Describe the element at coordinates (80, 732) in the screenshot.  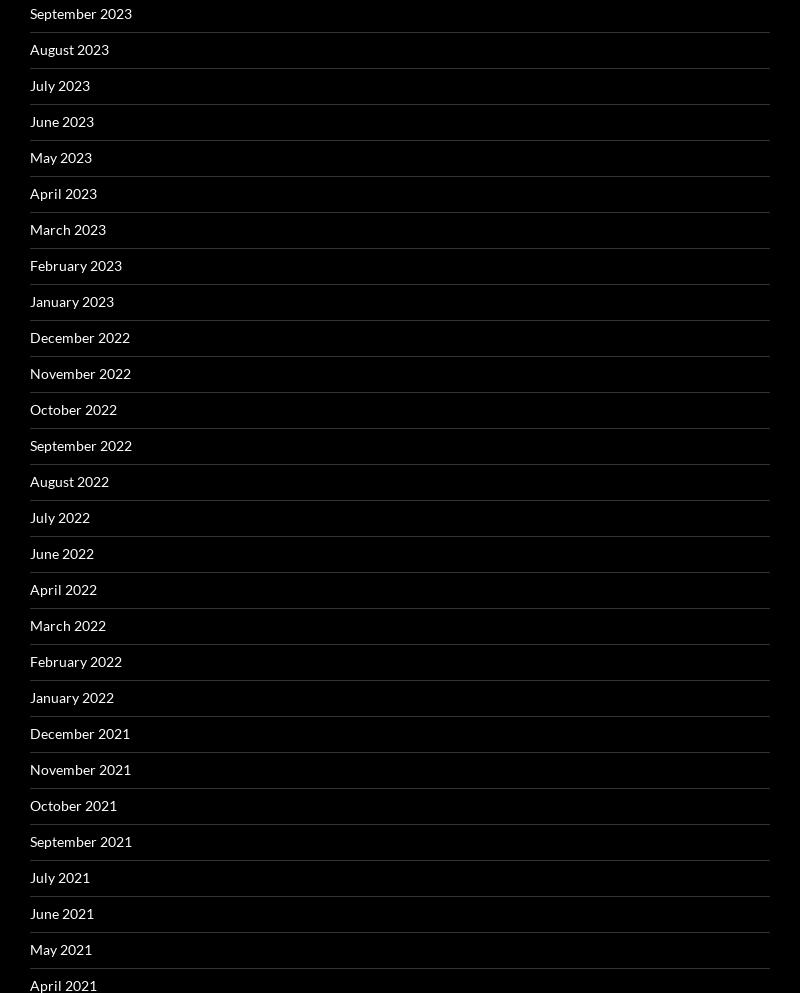
I see `'December 2021'` at that location.